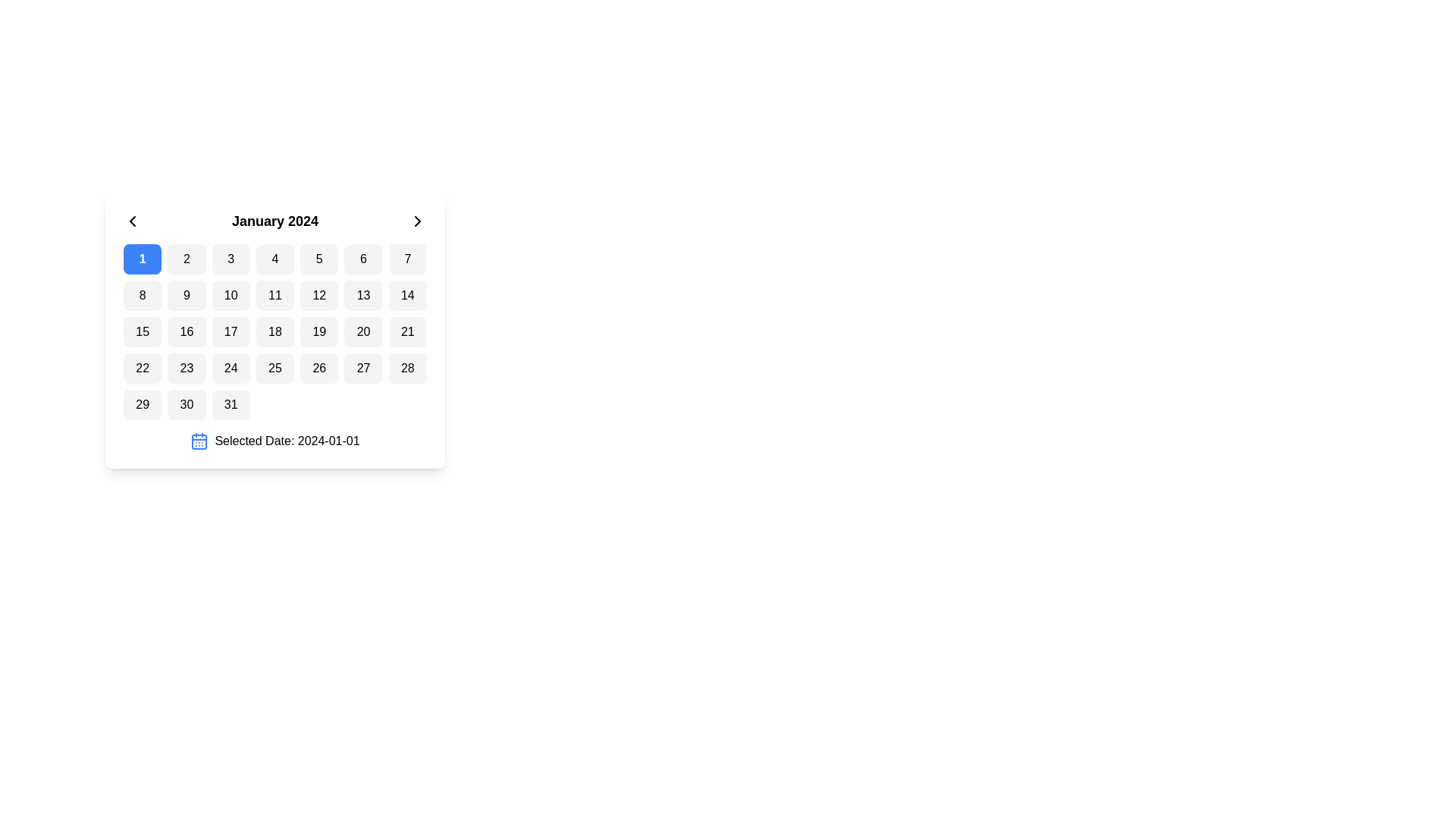 The image size is (1456, 819). Describe the element at coordinates (132, 221) in the screenshot. I see `the left-pointing arrow icon in the calendar header` at that location.